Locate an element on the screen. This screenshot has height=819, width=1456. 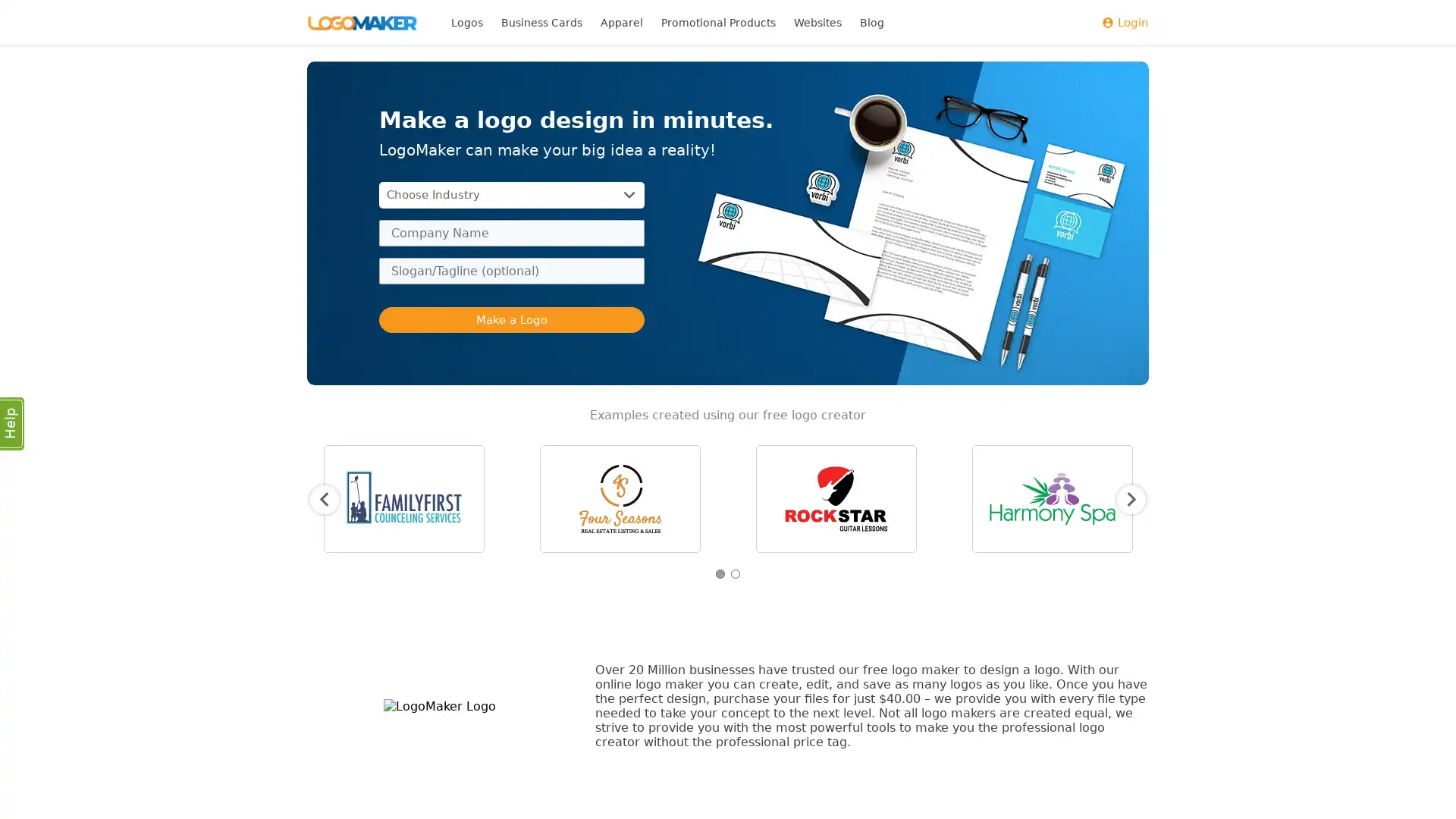
2 is located at coordinates (735, 573).